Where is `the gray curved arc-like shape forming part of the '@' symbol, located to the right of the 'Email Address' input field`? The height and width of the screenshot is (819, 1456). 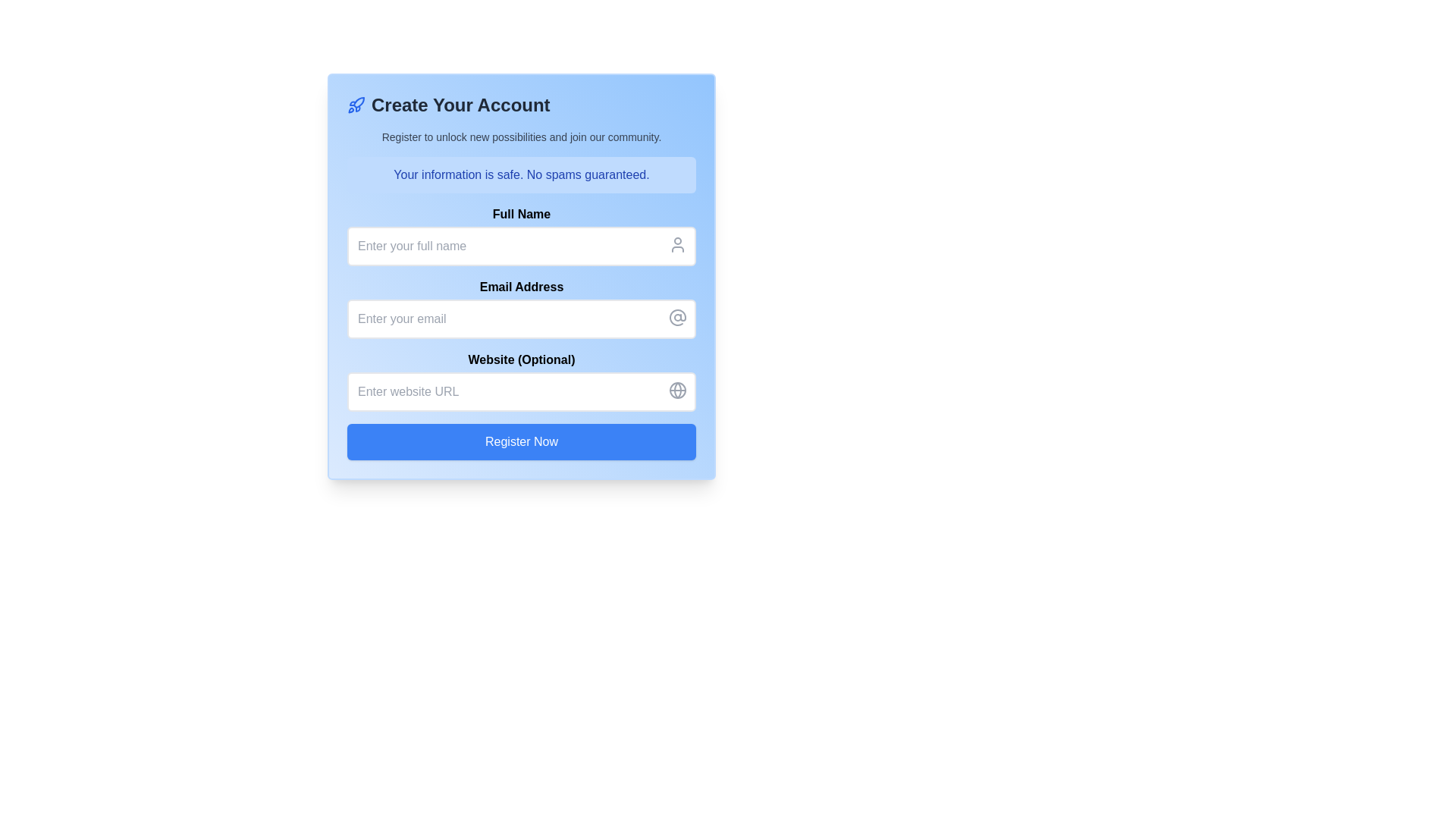
the gray curved arc-like shape forming part of the '@' symbol, located to the right of the 'Email Address' input field is located at coordinates (676, 317).